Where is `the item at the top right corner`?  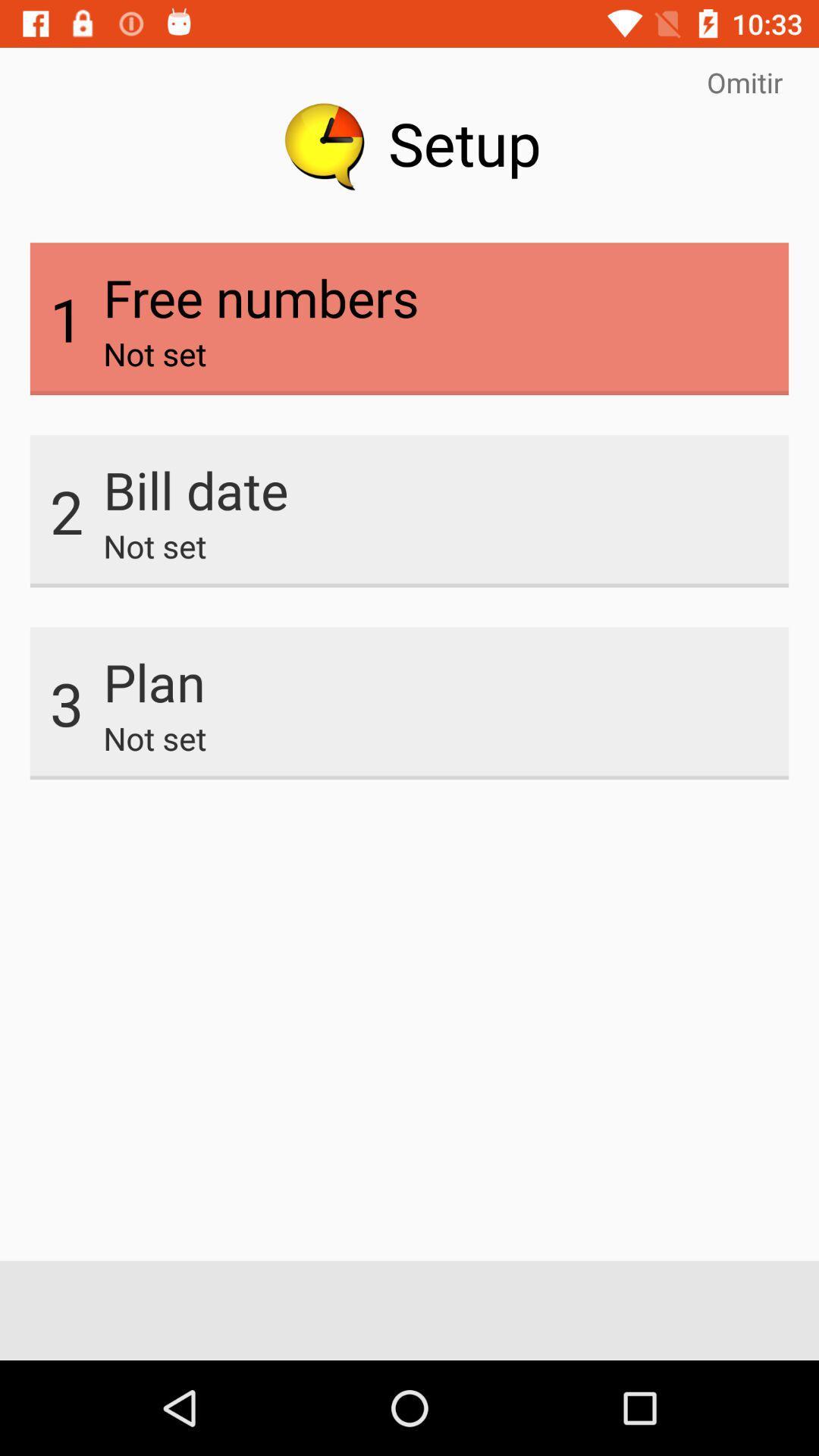
the item at the top right corner is located at coordinates (744, 81).